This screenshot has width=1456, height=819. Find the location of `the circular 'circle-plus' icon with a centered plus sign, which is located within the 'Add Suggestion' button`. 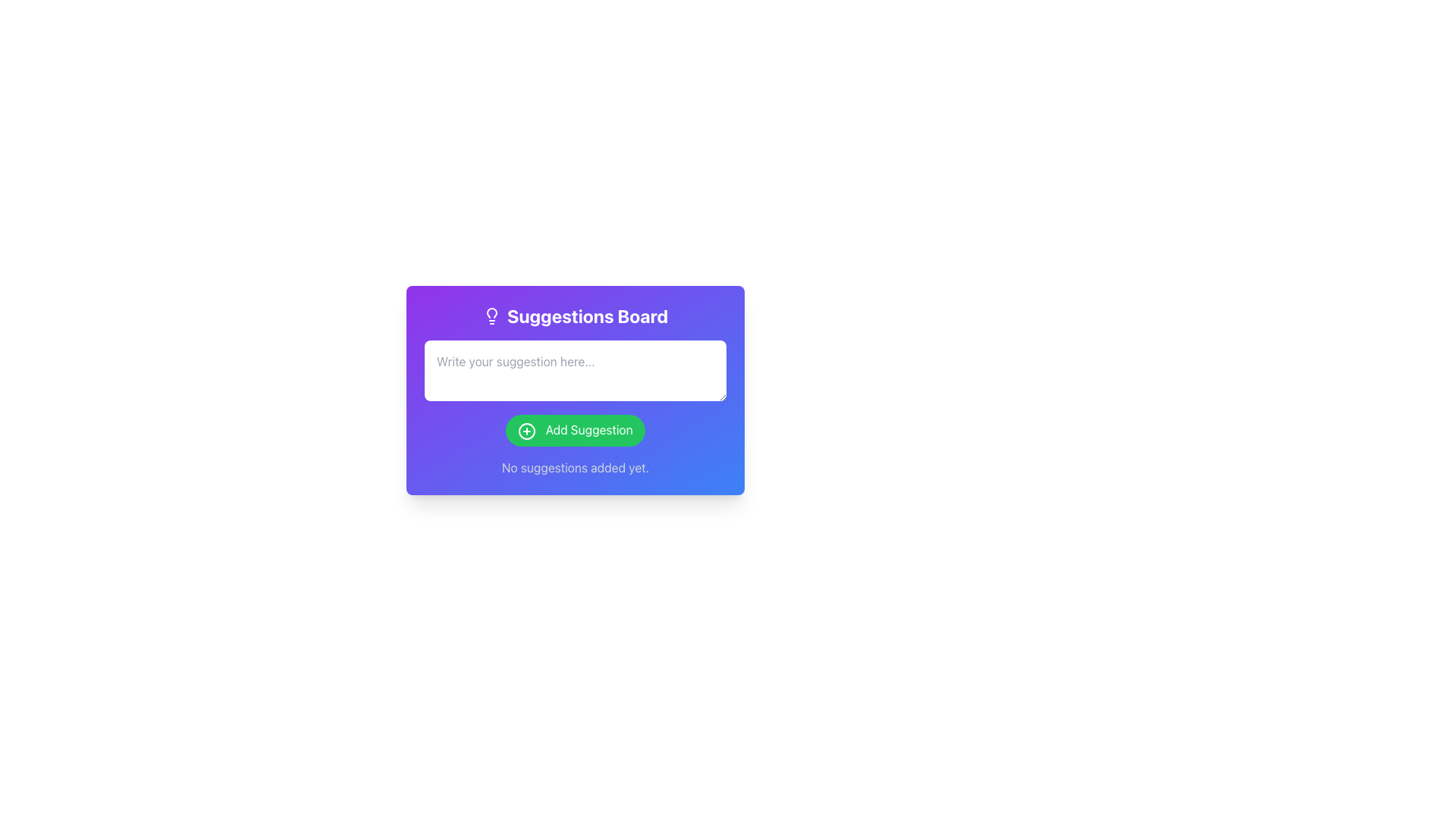

the circular 'circle-plus' icon with a centered plus sign, which is located within the 'Add Suggestion' button is located at coordinates (527, 431).